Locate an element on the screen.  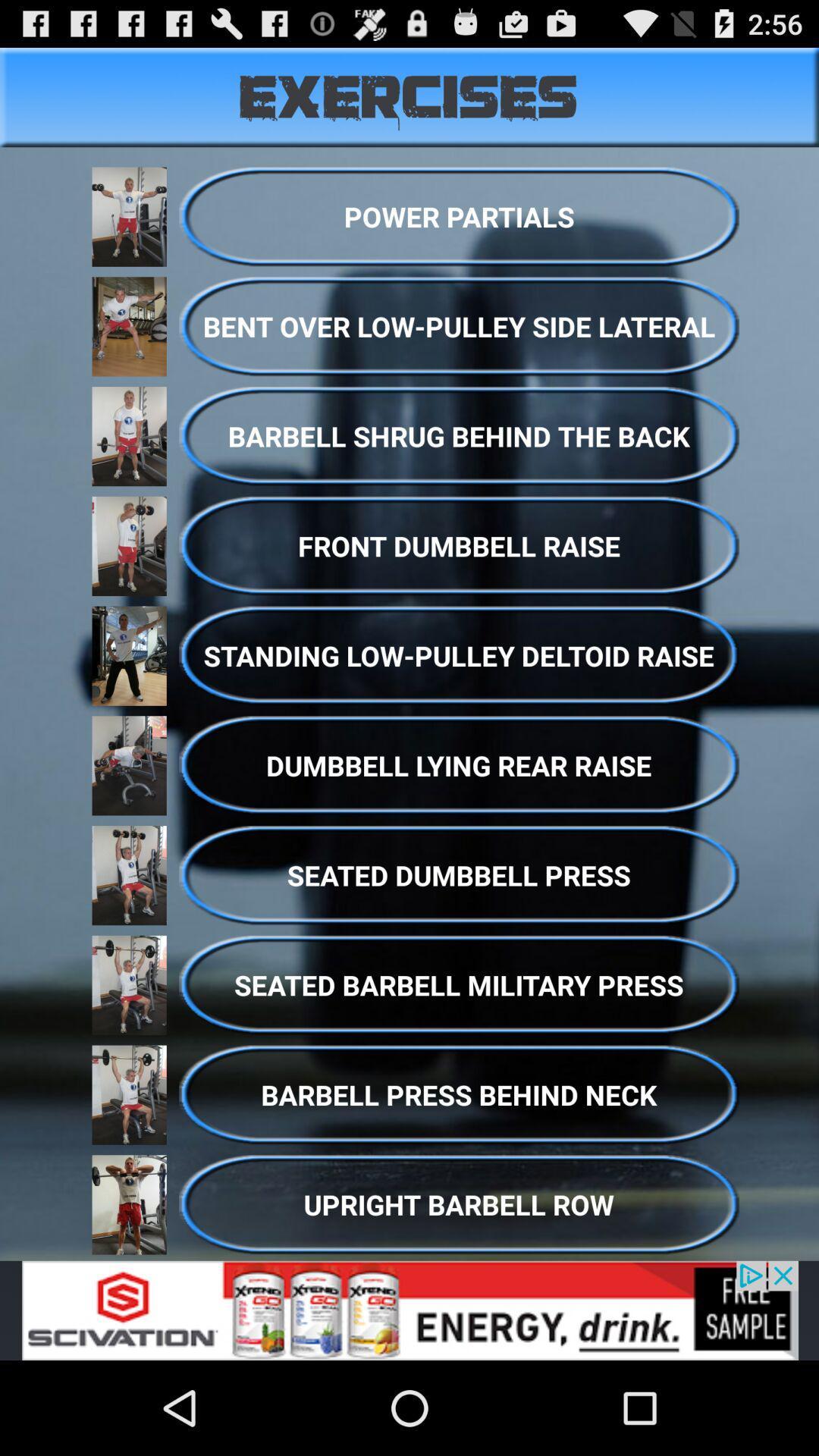
advertisement is located at coordinates (409, 1310).